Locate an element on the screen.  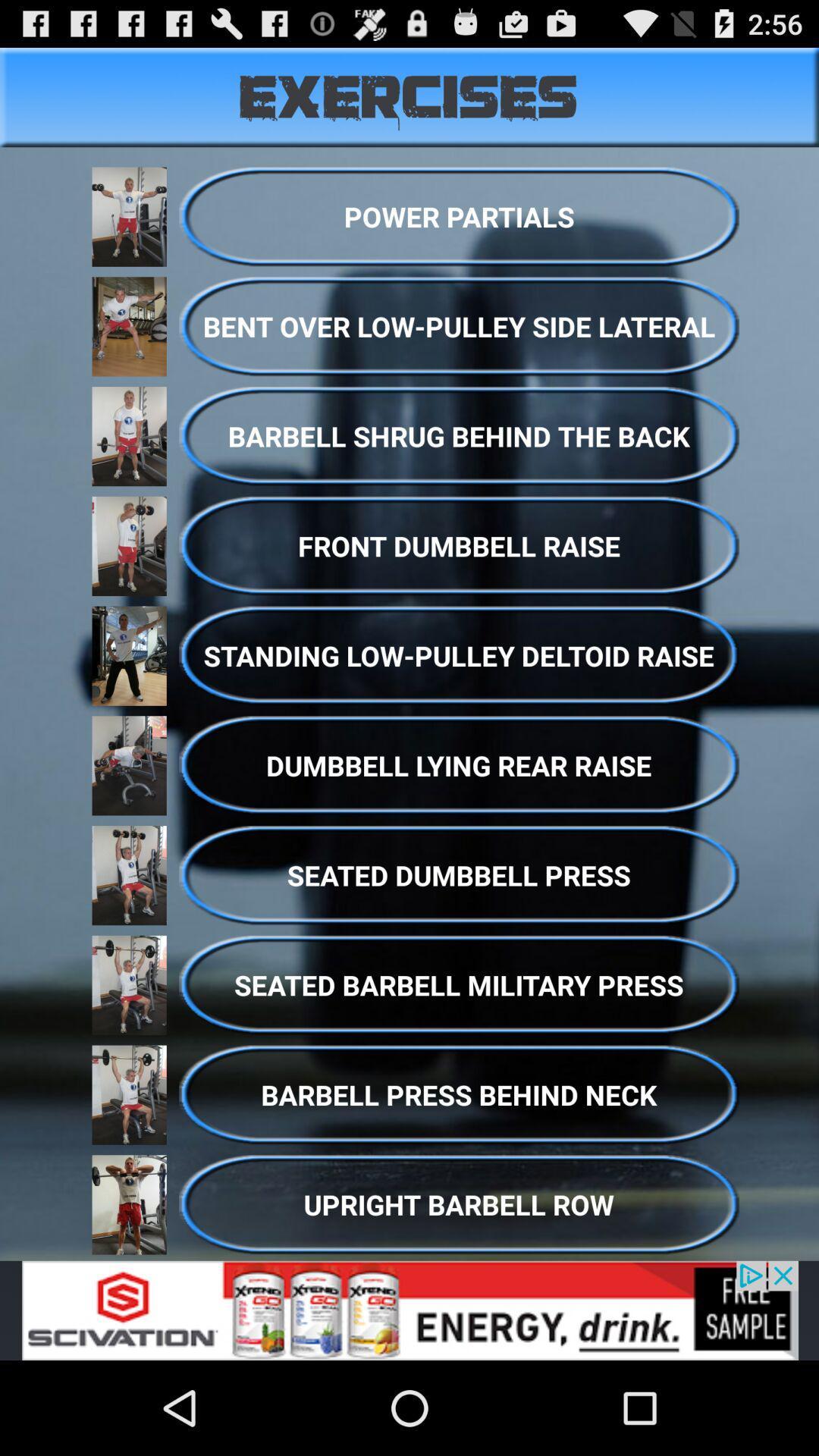
advertisement is located at coordinates (409, 1310).